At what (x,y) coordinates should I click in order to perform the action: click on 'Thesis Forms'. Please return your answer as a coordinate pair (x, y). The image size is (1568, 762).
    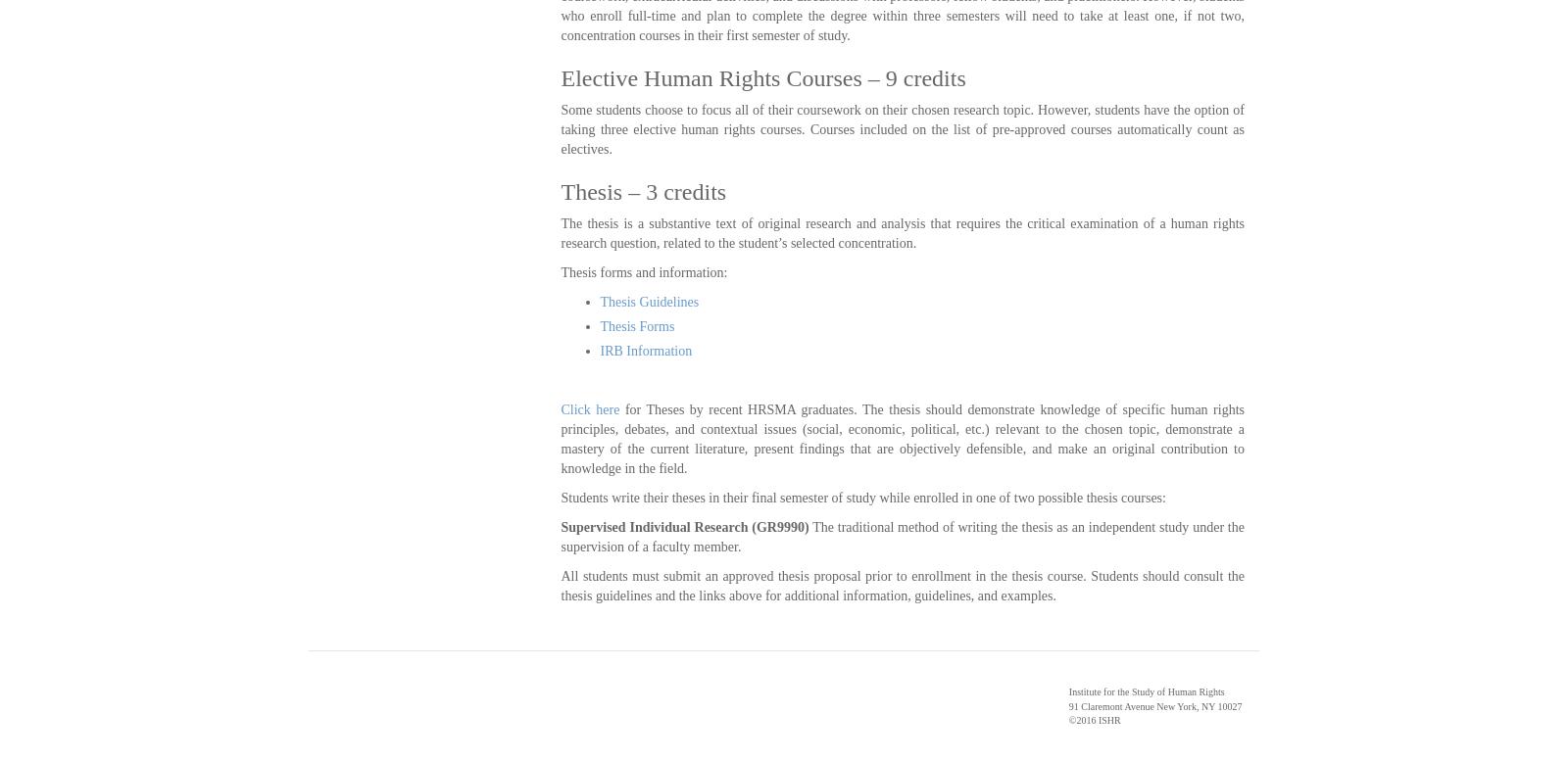
    Looking at the image, I should click on (636, 325).